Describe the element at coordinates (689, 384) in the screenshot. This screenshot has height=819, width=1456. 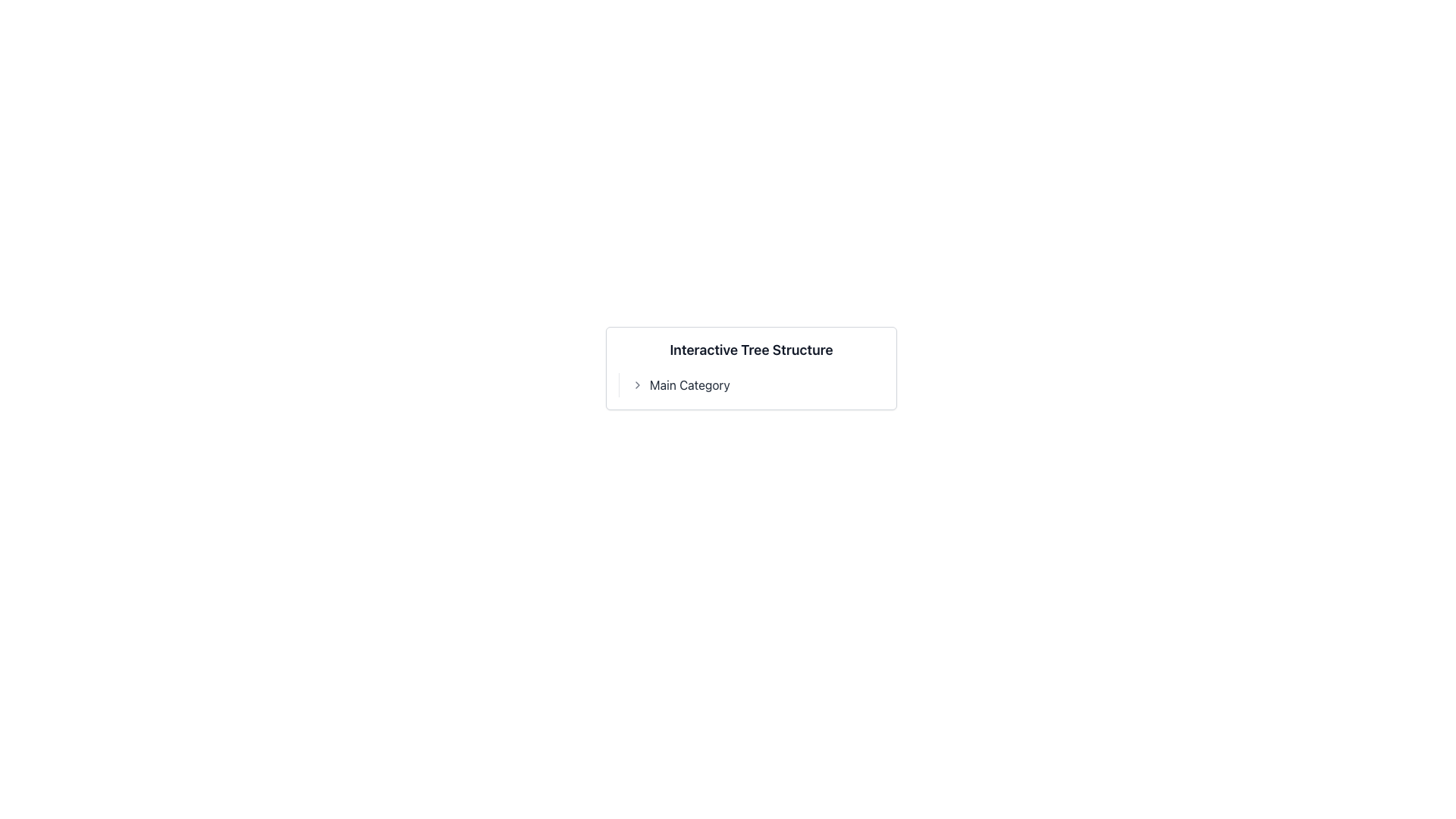
I see `the text element displaying 'Main Category' in bold, dark gray font, which is centrally positioned slightly lower than the header and to the right of a left-facing chevron icon` at that location.